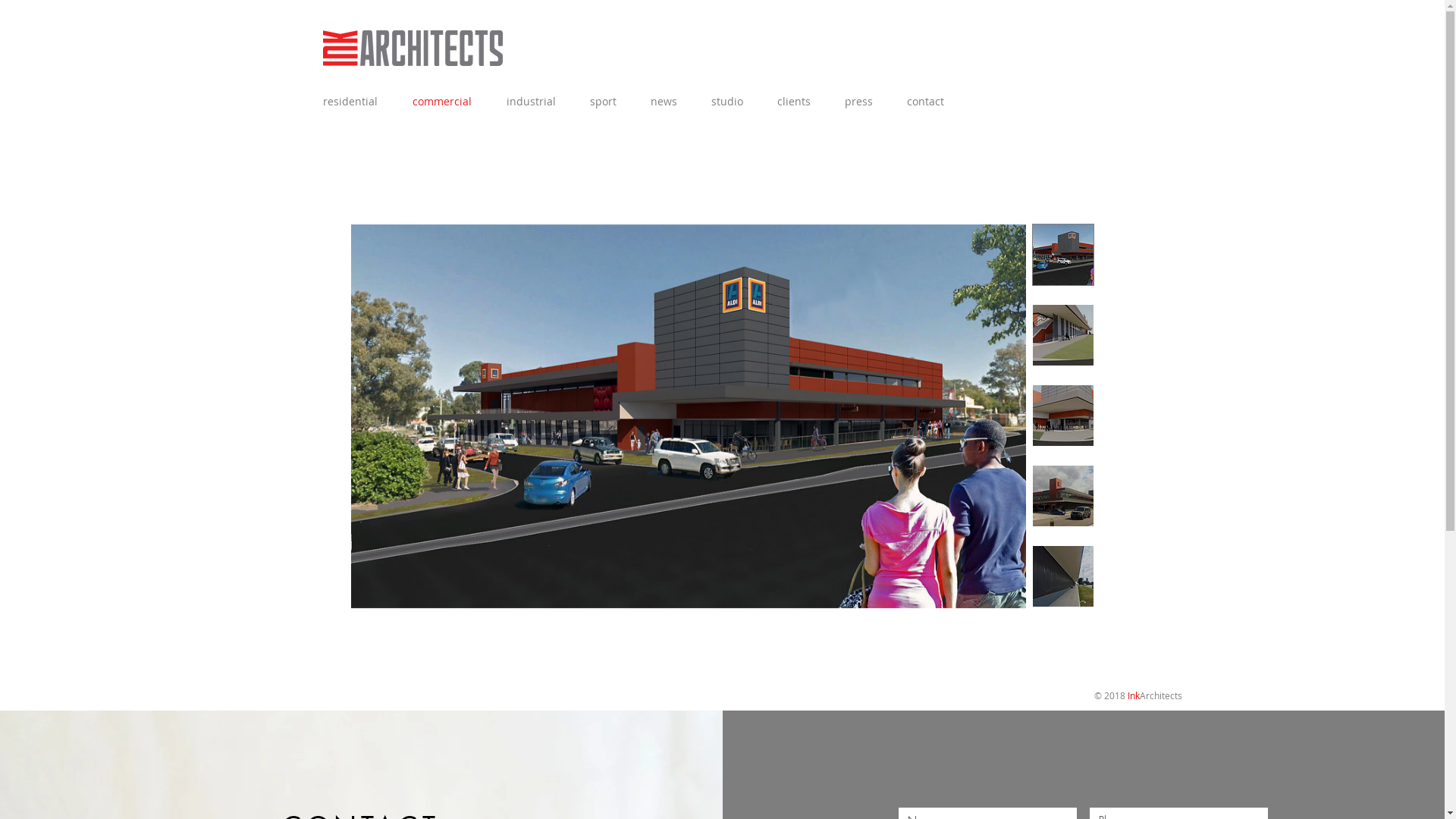 The image size is (1456, 819). I want to click on 'contact', so click(929, 101).